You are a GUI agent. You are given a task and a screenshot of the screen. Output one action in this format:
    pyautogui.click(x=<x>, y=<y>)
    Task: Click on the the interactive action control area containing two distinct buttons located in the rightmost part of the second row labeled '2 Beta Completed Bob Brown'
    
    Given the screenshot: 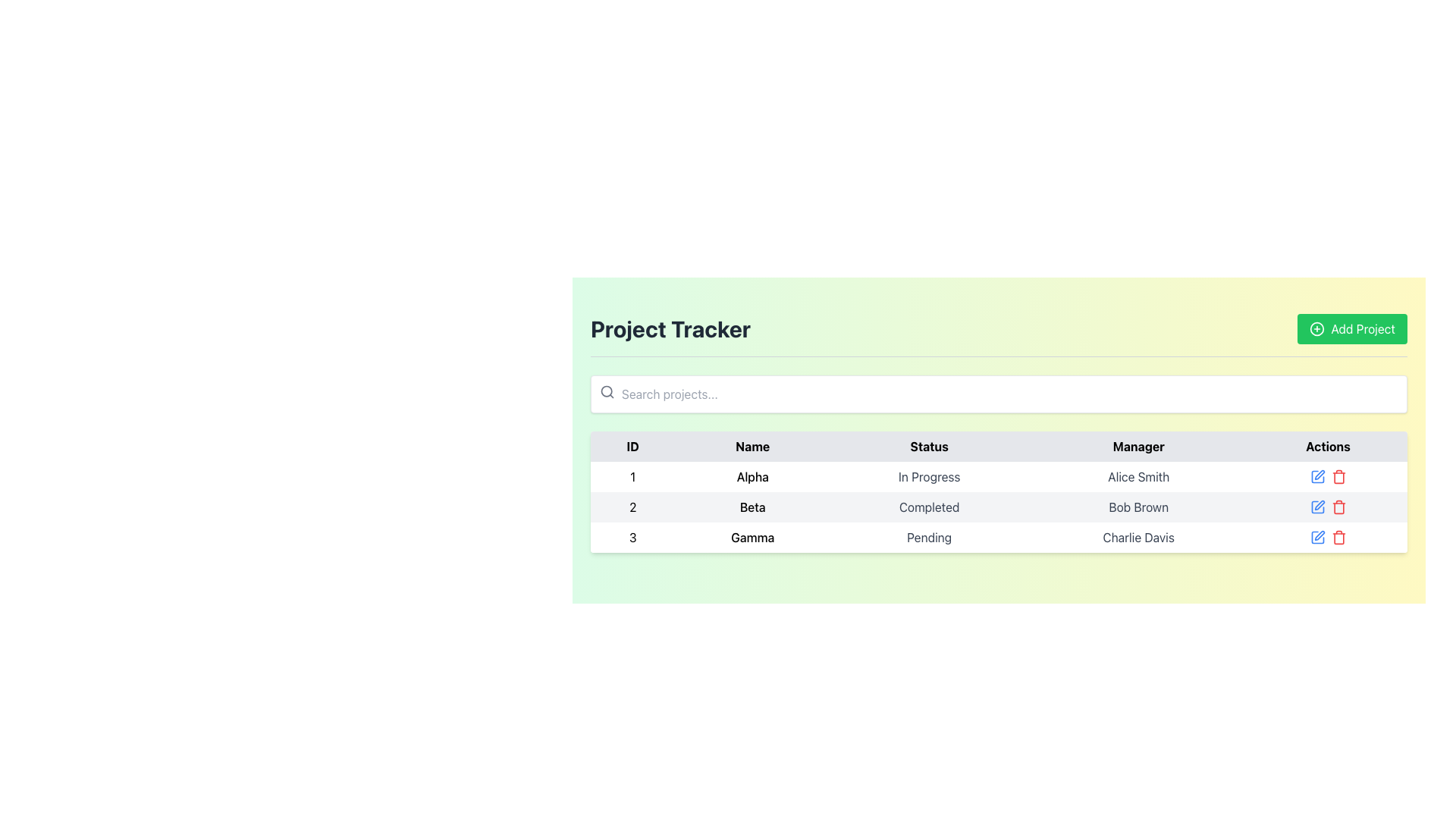 What is the action you would take?
    pyautogui.click(x=1327, y=507)
    